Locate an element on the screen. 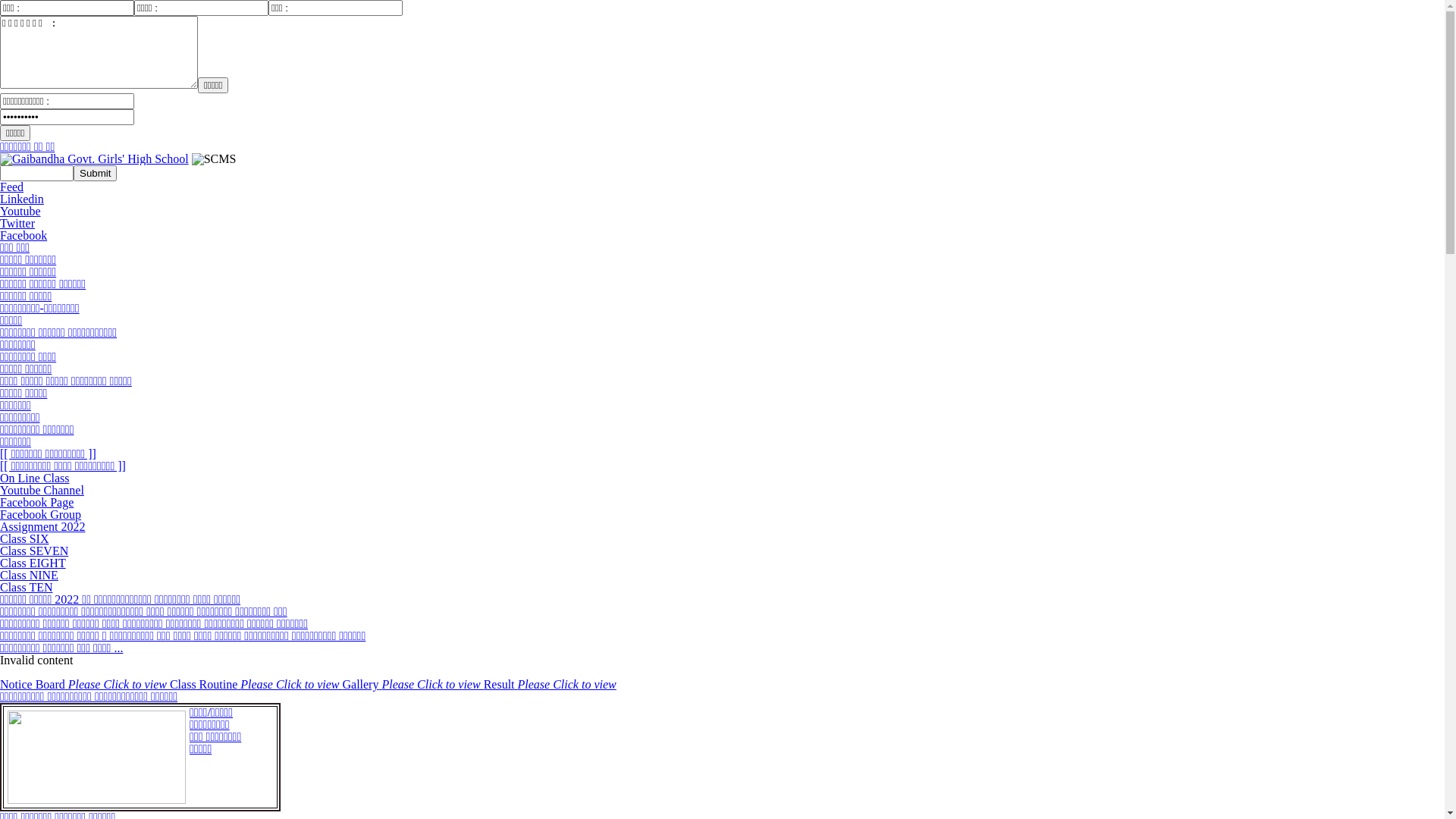 The width and height of the screenshot is (1456, 819). 'Assignment 2022' is located at coordinates (42, 526).